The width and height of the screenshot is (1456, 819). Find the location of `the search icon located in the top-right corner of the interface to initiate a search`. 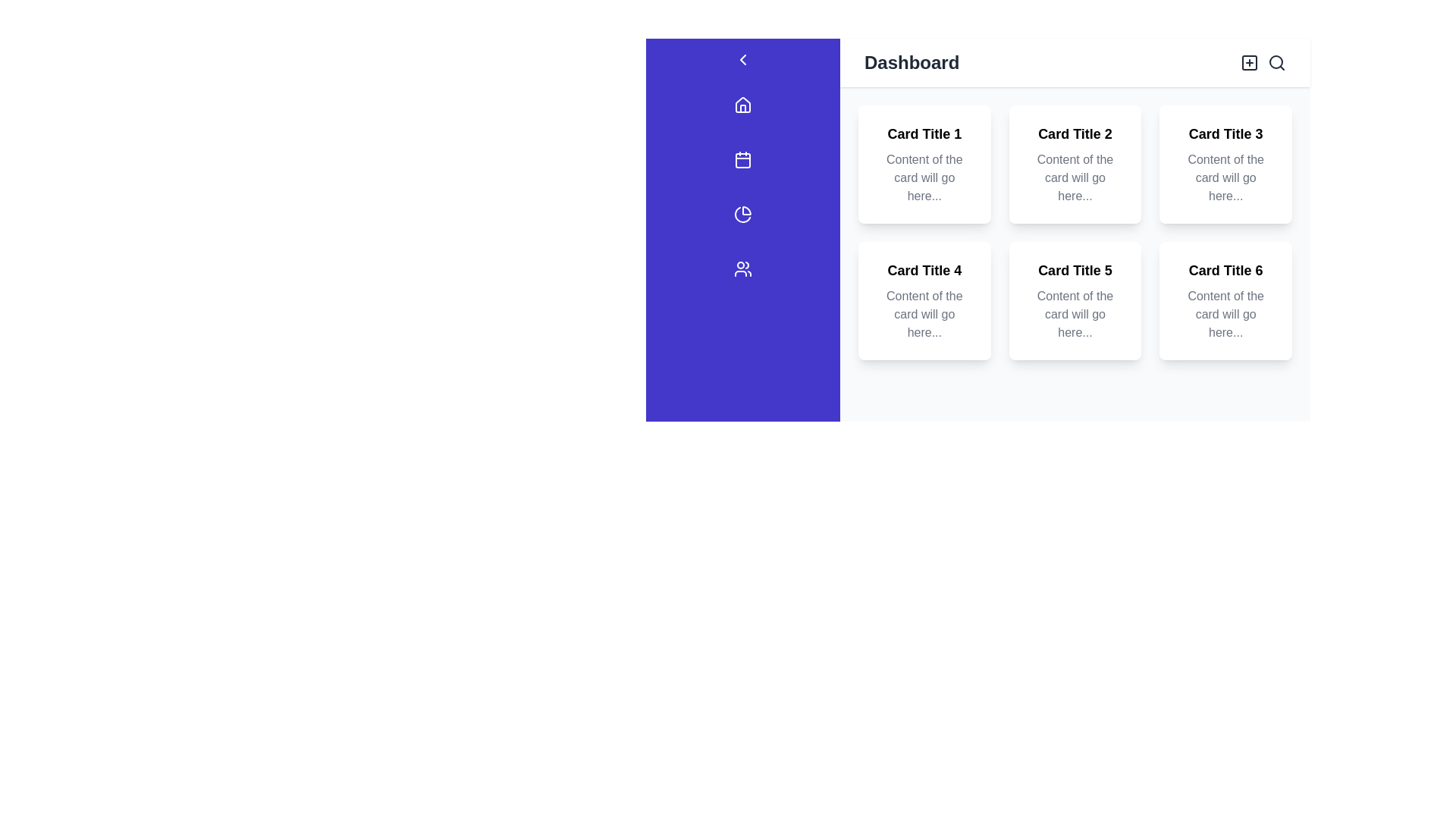

the search icon located in the top-right corner of the interface to initiate a search is located at coordinates (1276, 62).